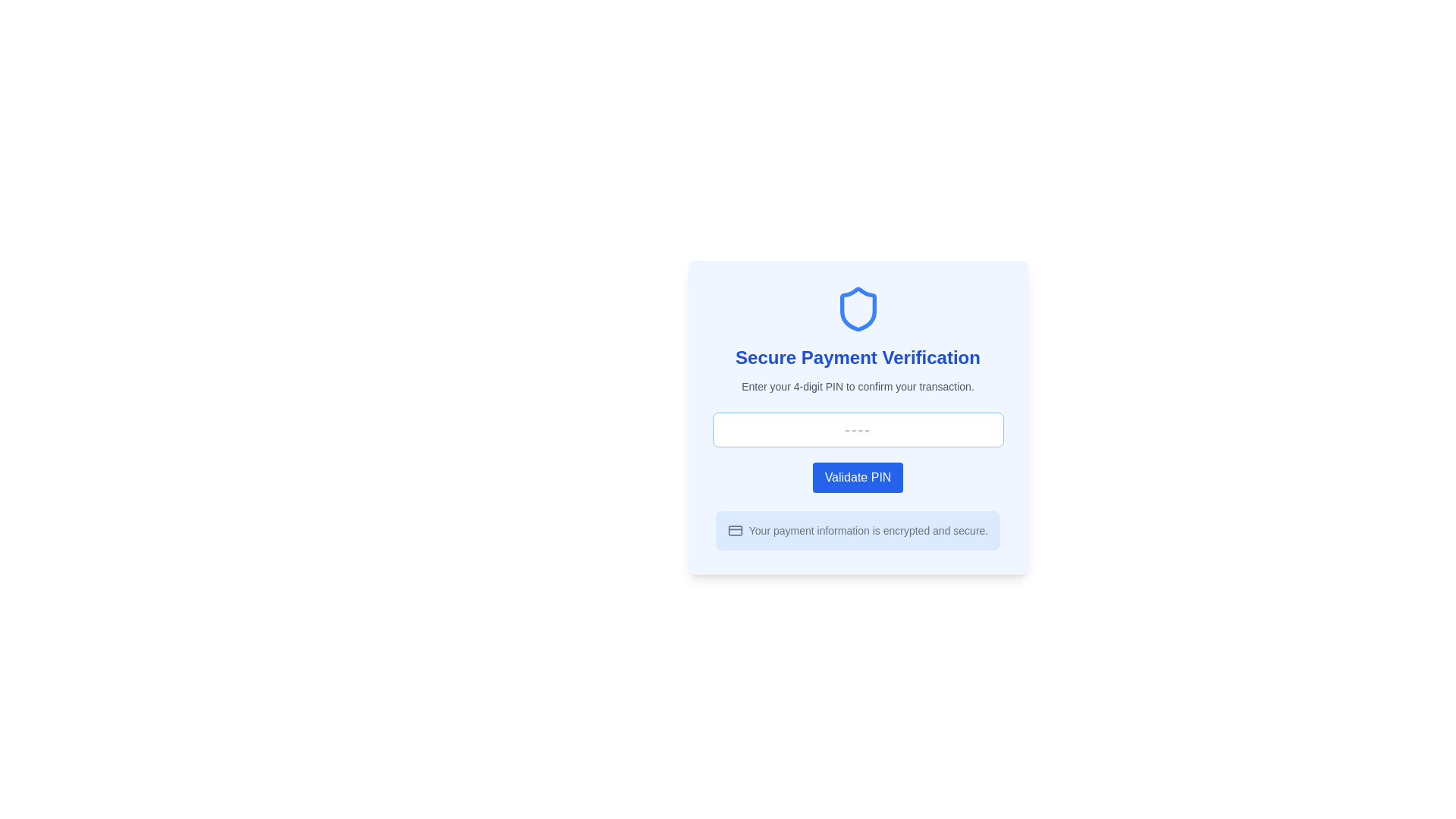  What do you see at coordinates (735, 529) in the screenshot?
I see `the security and encryption icon located to the left of the text 'Your payment information is encrypted and secure' in the notification bar at the bottom of the card UI` at bounding box center [735, 529].